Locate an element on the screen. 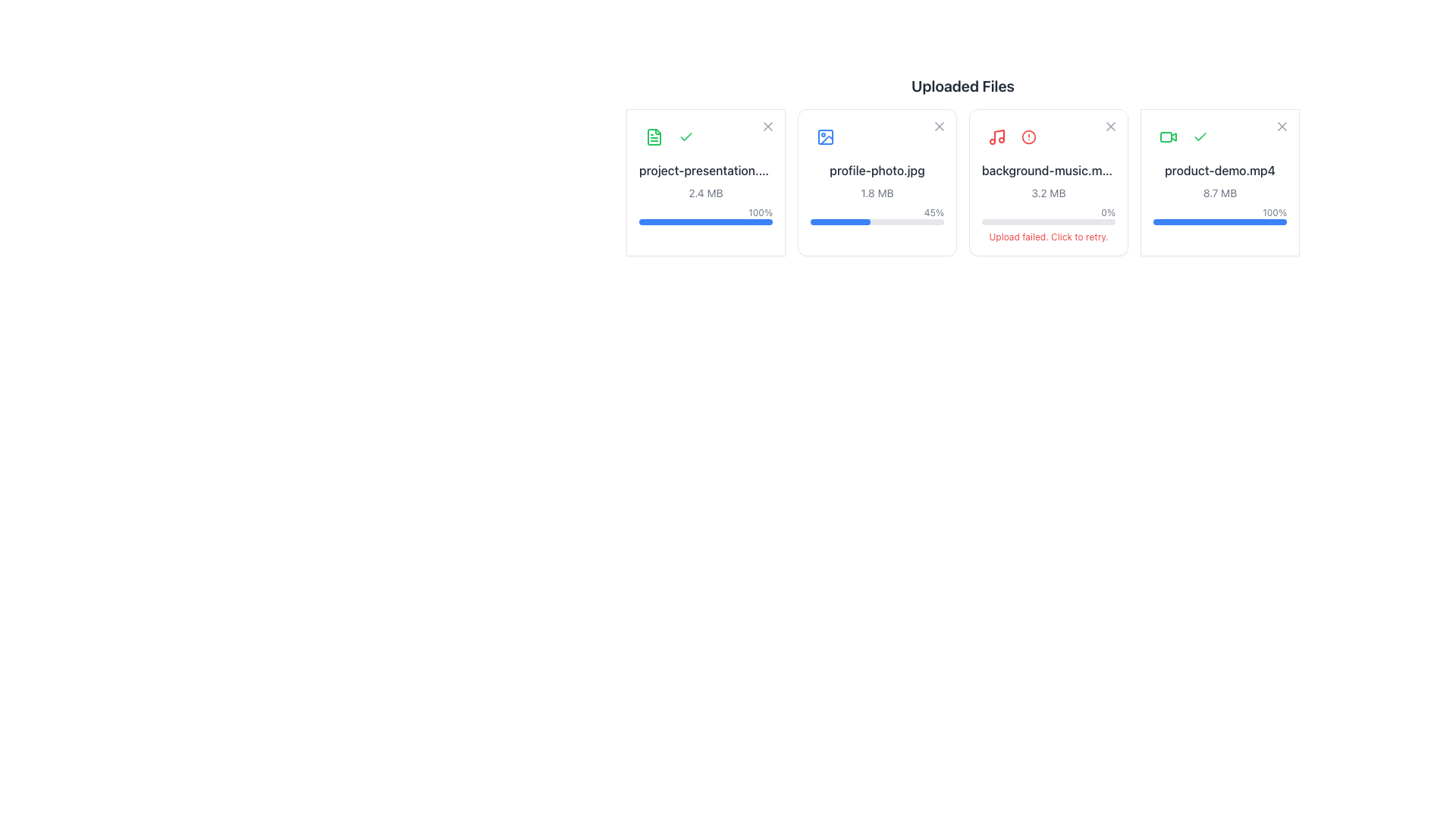  the close button located in the top-right corner of the project-presentation.pdf file upload card is located at coordinates (767, 127).